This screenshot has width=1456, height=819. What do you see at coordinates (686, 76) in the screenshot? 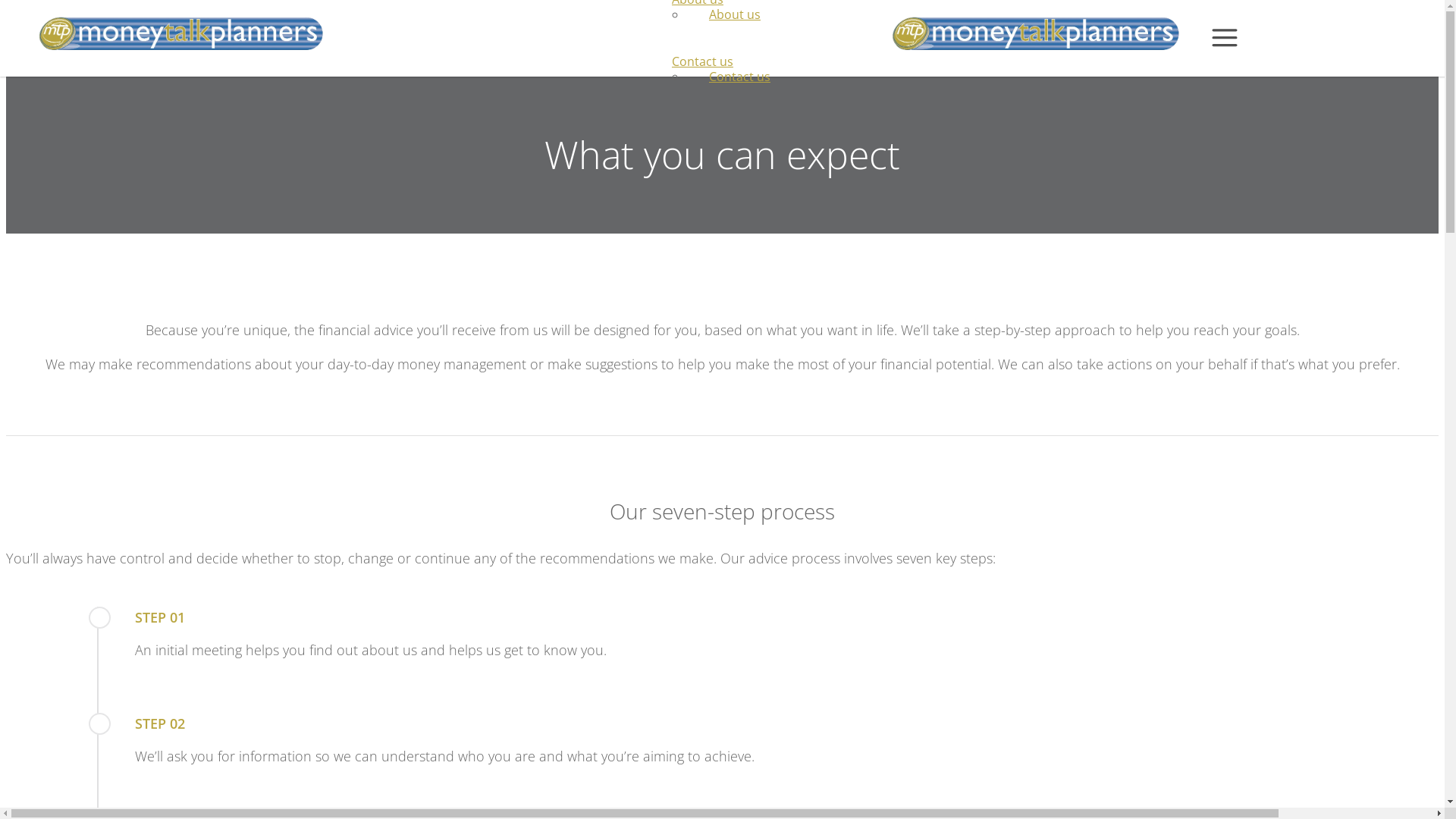
I see `'Contact us'` at bounding box center [686, 76].